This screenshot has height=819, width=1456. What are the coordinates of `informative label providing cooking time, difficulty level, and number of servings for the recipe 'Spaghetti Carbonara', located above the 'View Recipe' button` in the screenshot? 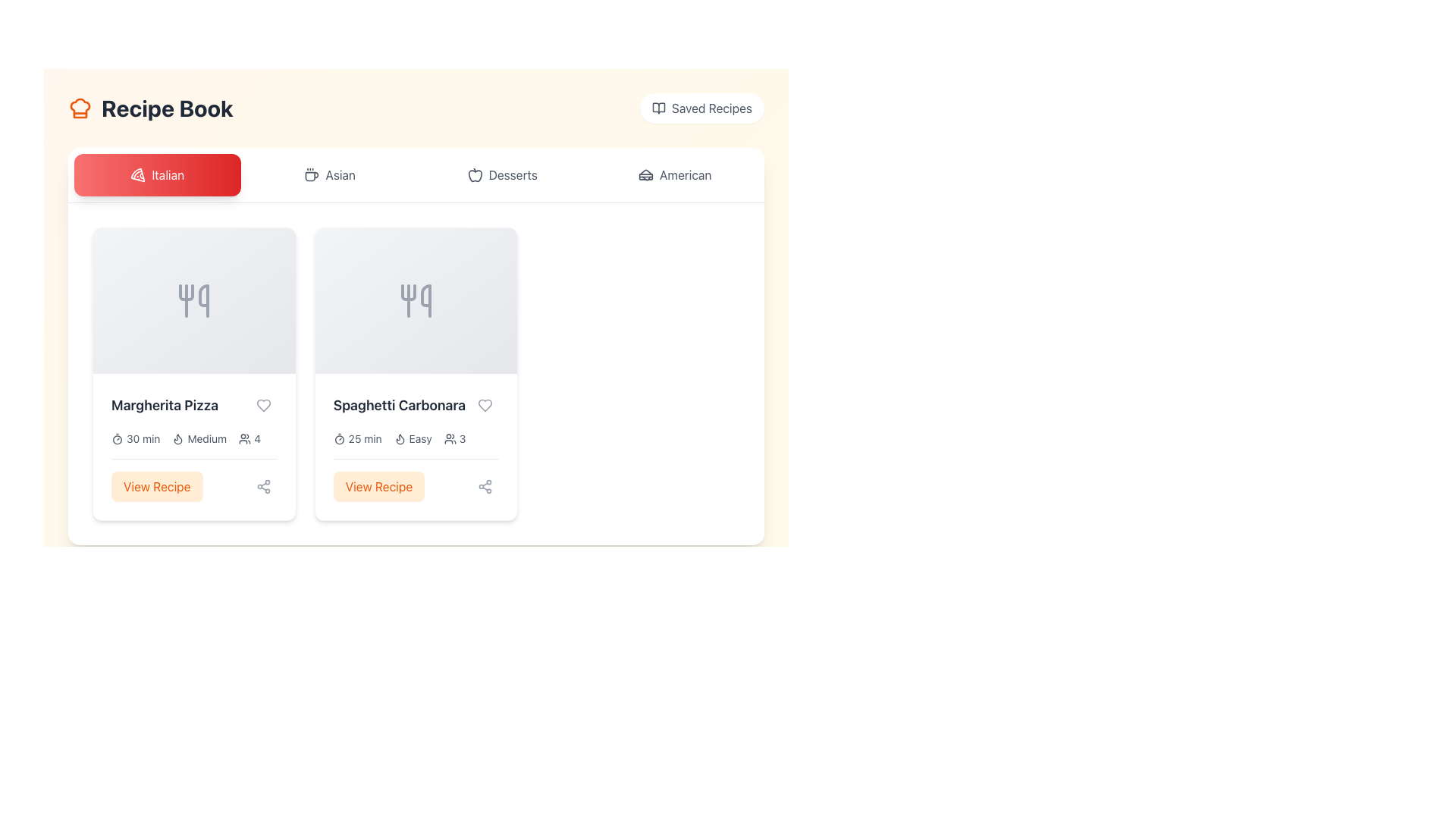 It's located at (416, 438).